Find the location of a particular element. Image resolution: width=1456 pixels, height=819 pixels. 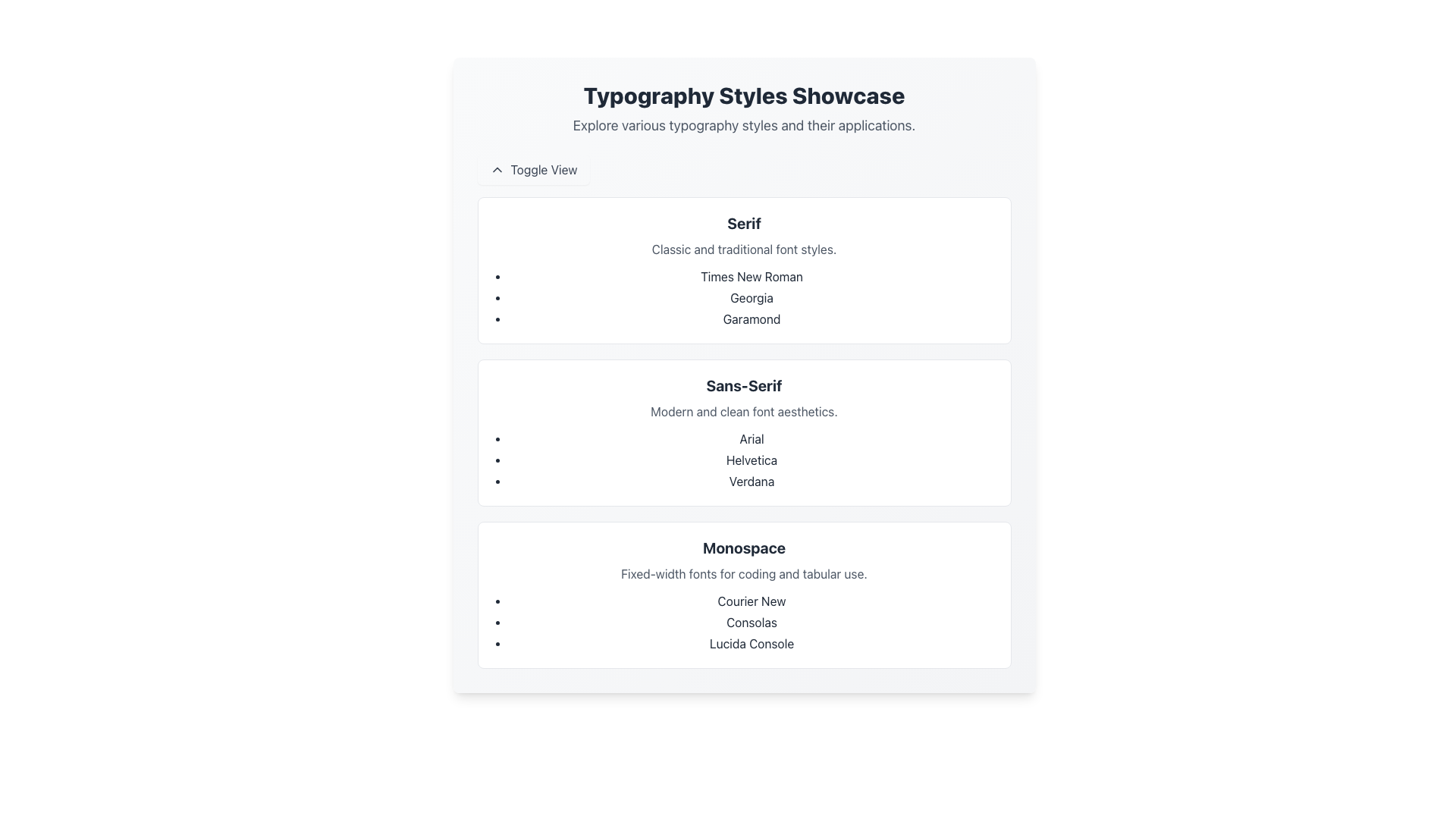

text label displaying 'Times New Roman' which is the first item in the 'Serif' section of the typography styles list is located at coordinates (752, 277).